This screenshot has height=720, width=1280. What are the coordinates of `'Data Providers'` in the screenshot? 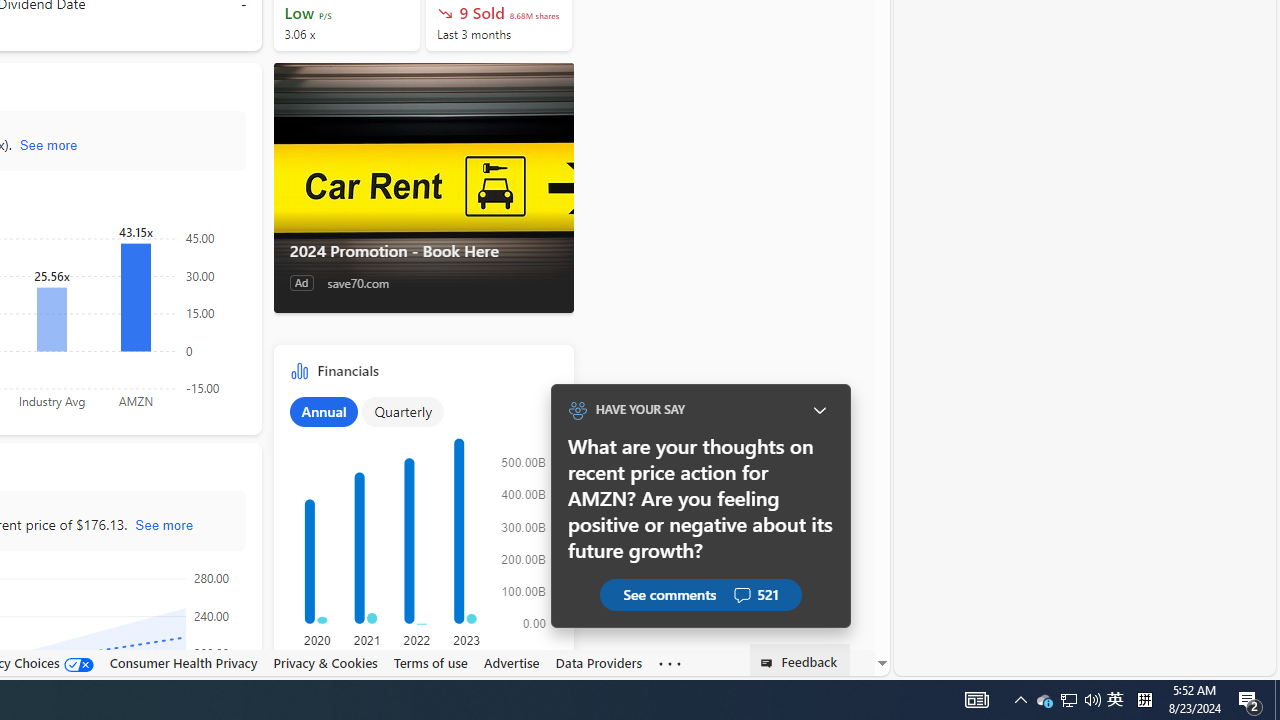 It's located at (598, 663).